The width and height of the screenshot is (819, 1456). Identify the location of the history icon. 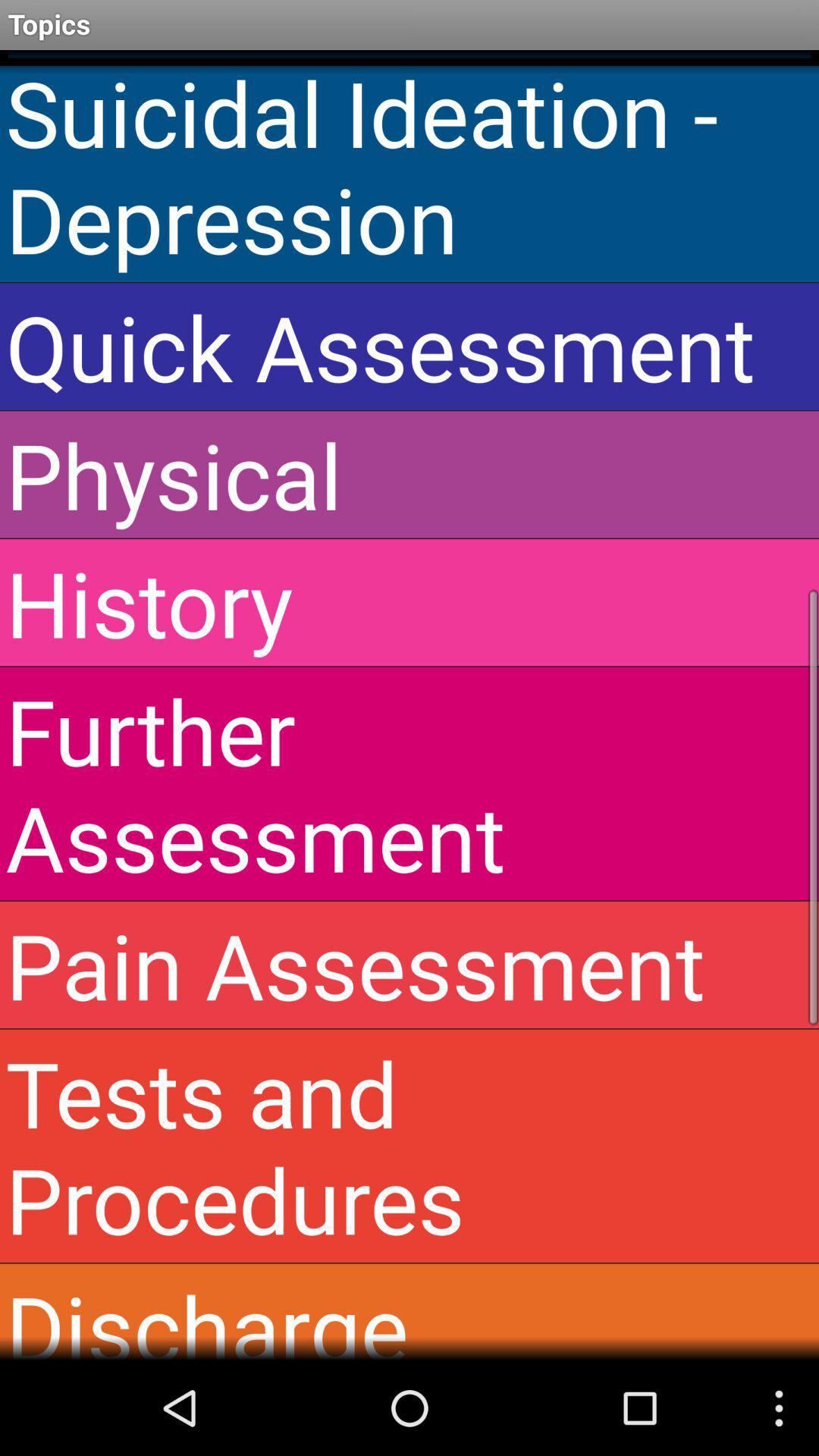
(409, 601).